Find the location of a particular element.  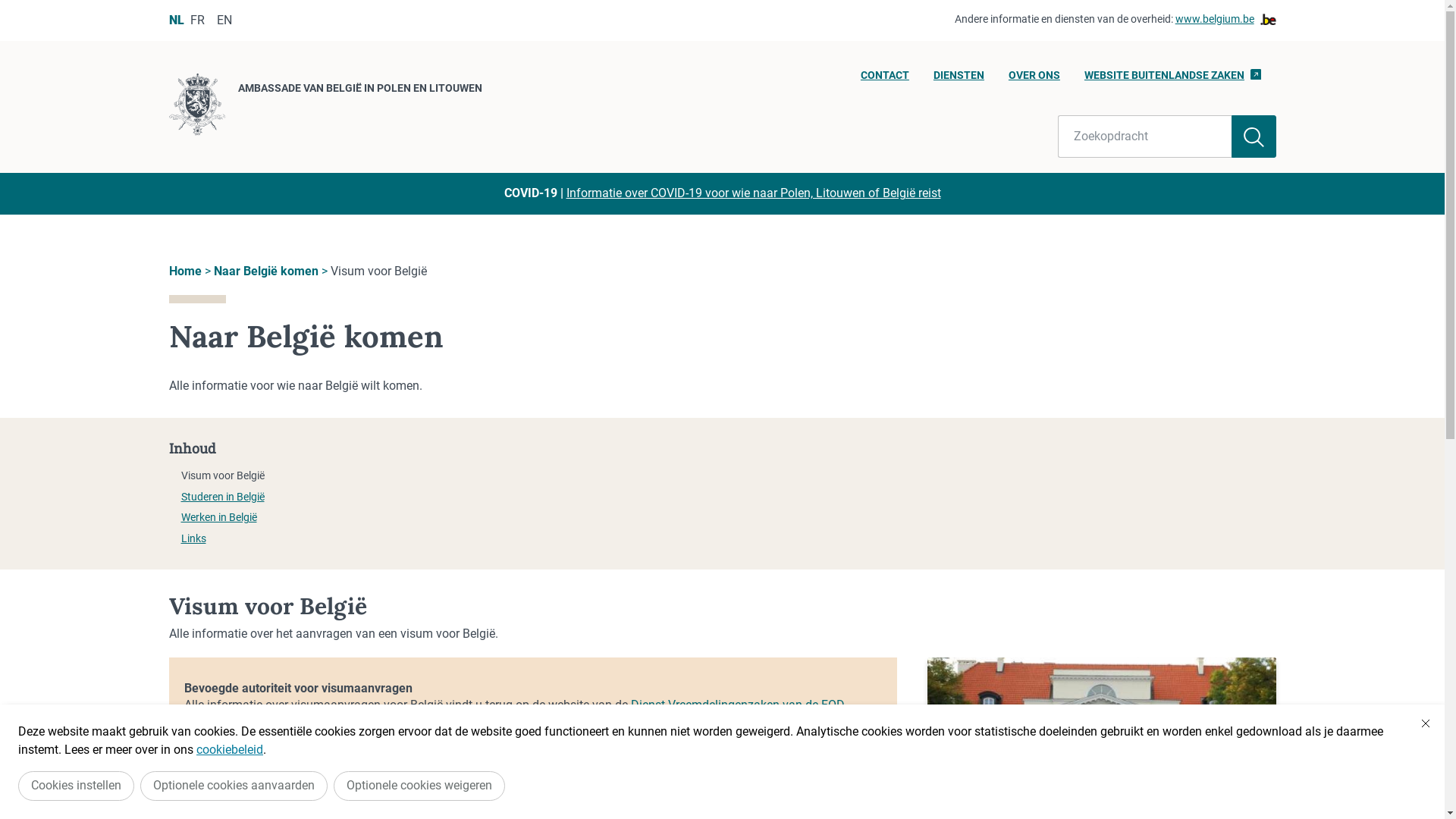

'www.belgium.be' is located at coordinates (1225, 20).